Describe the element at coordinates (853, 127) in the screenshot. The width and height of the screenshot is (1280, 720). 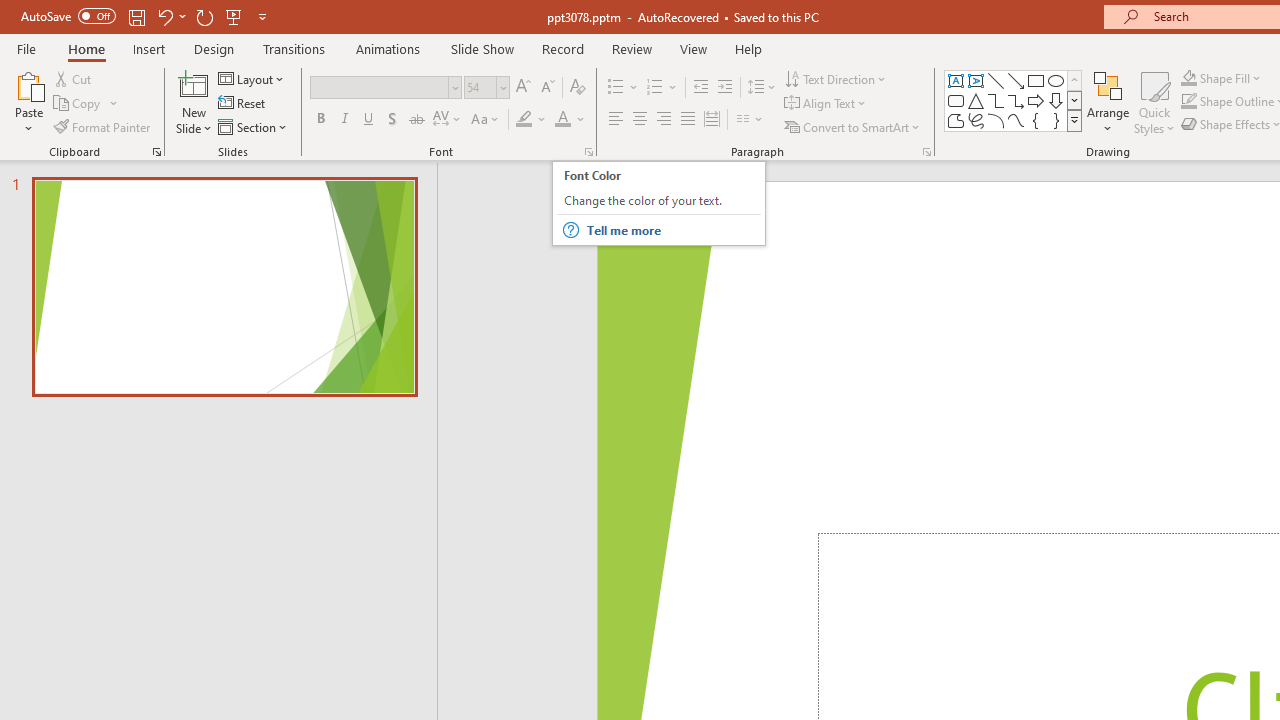
I see `'Convert to SmartArt'` at that location.